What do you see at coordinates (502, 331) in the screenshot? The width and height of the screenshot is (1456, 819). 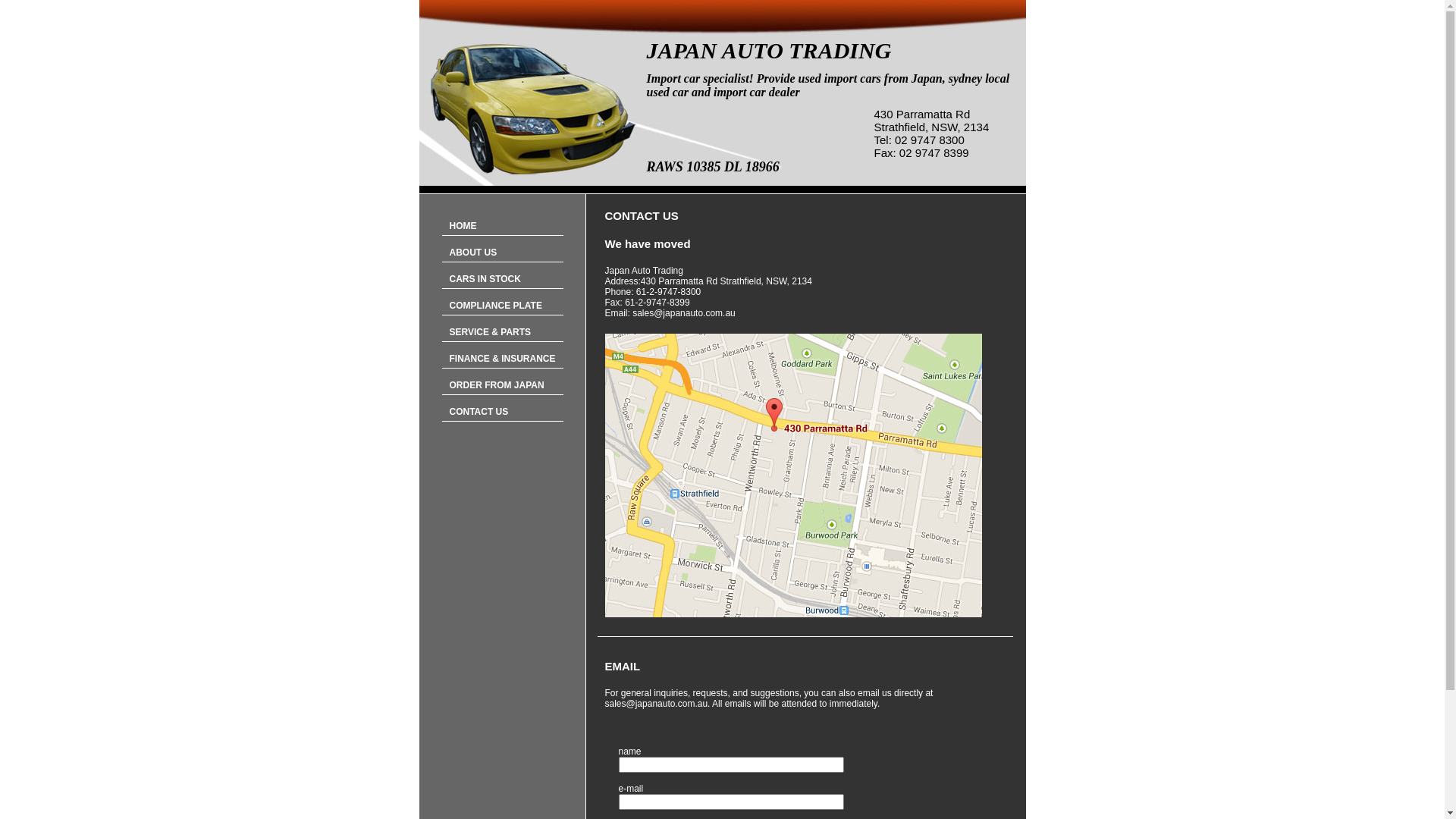 I see `'SERVICE & PARTS'` at bounding box center [502, 331].